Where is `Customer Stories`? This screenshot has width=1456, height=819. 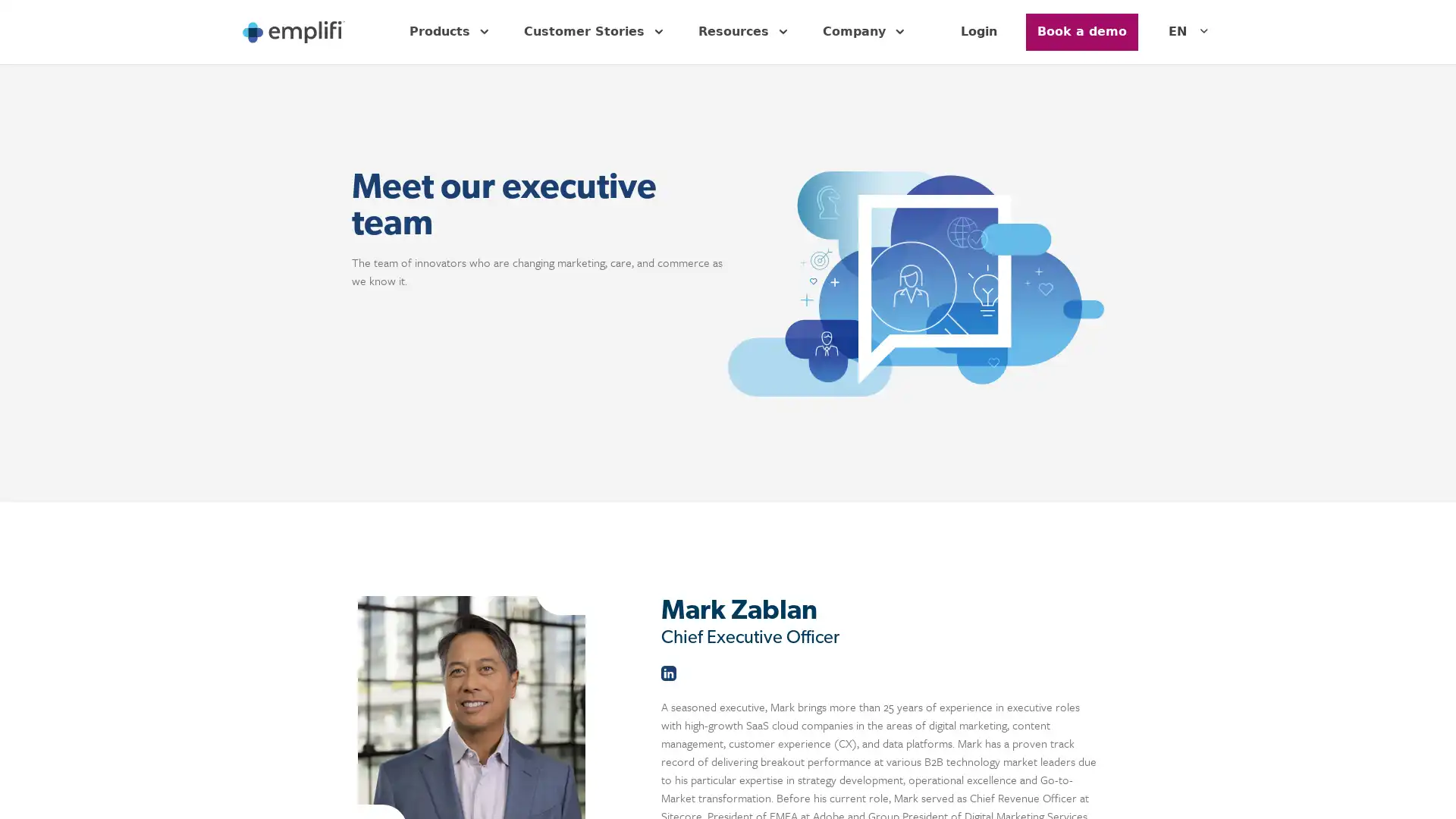
Customer Stories is located at coordinates (595, 32).